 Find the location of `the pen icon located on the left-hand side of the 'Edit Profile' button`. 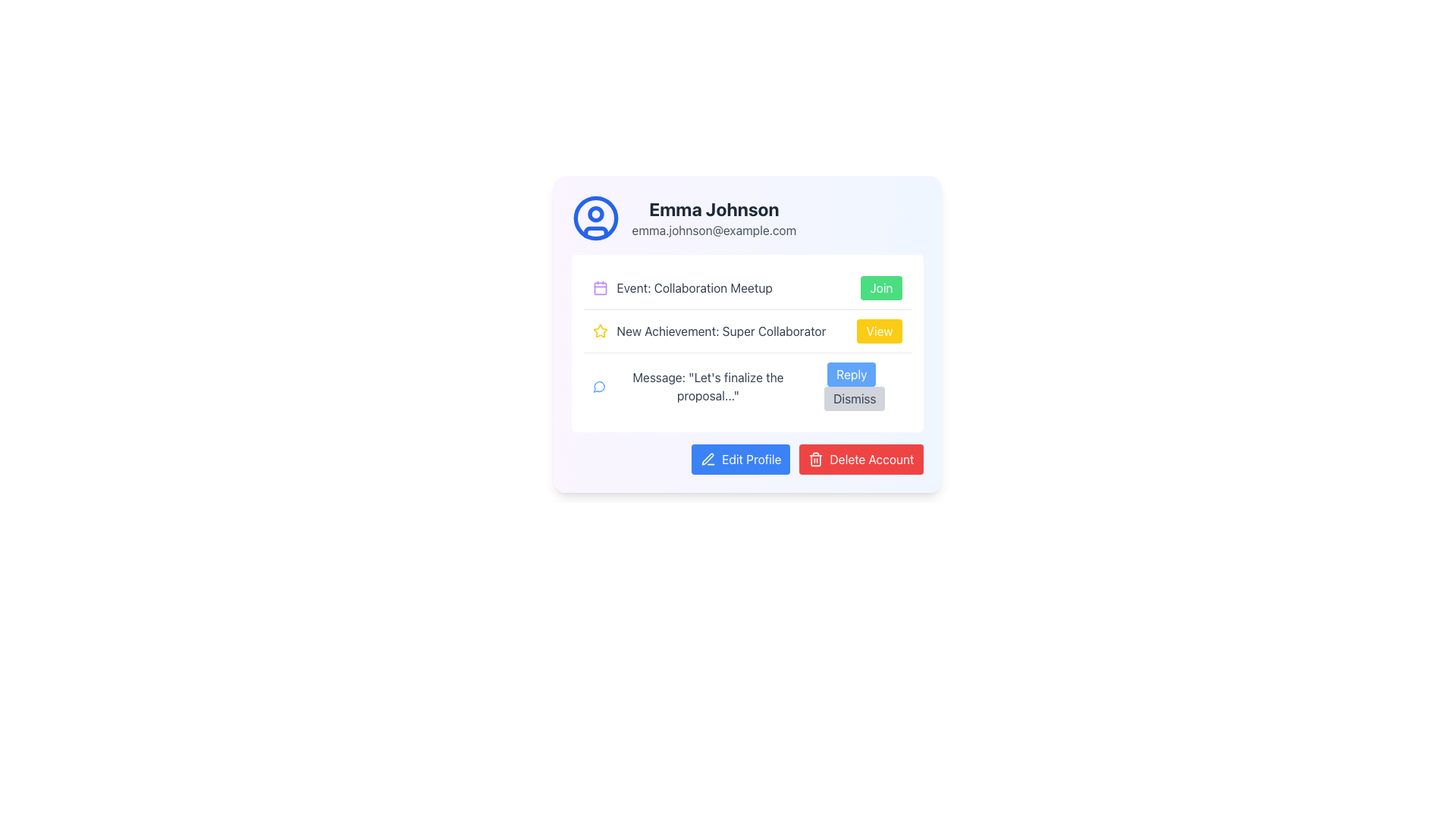

the pen icon located on the left-hand side of the 'Edit Profile' button is located at coordinates (708, 458).